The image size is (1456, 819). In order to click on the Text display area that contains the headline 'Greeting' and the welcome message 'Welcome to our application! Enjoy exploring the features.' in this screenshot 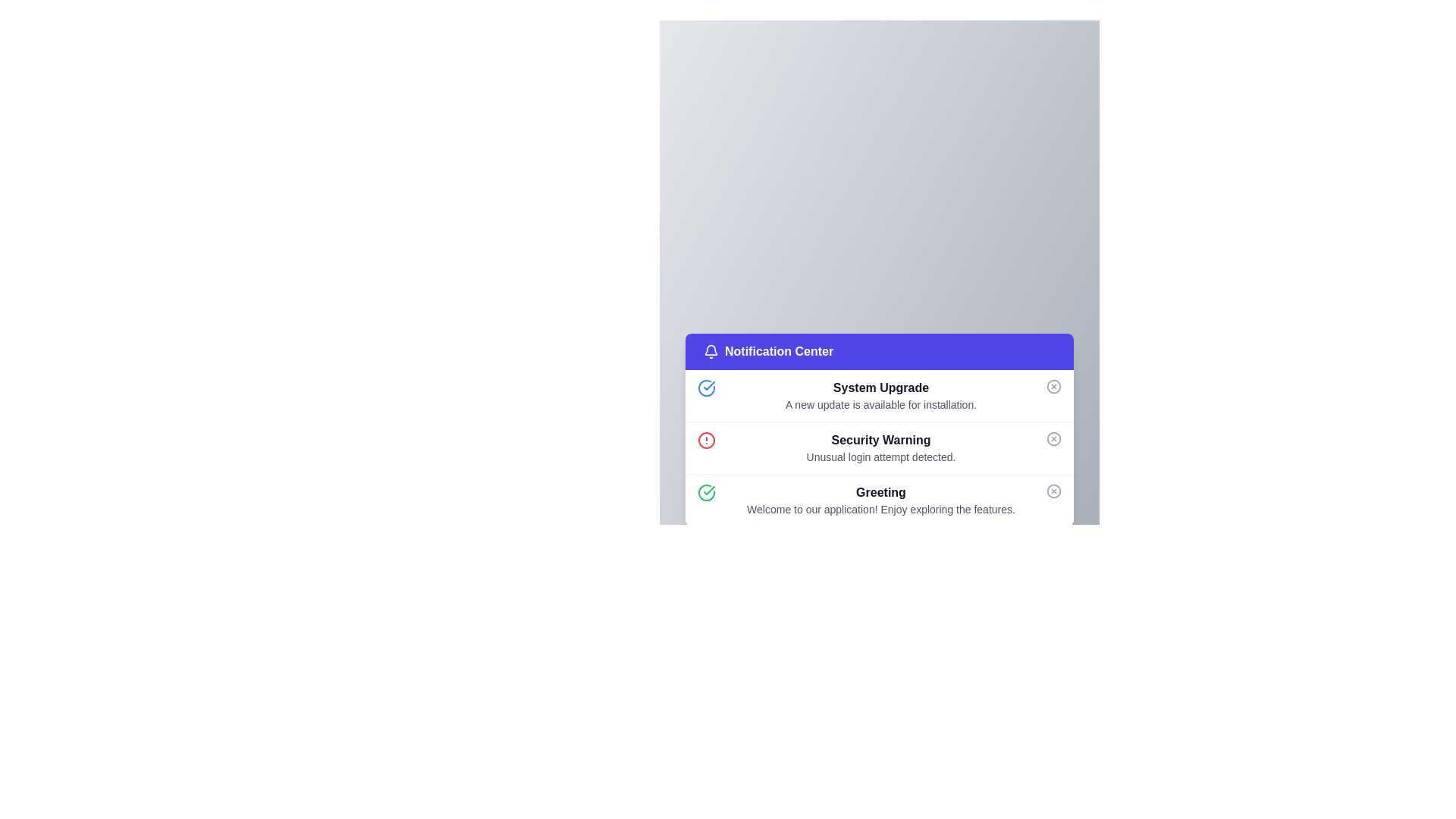, I will do `click(880, 500)`.